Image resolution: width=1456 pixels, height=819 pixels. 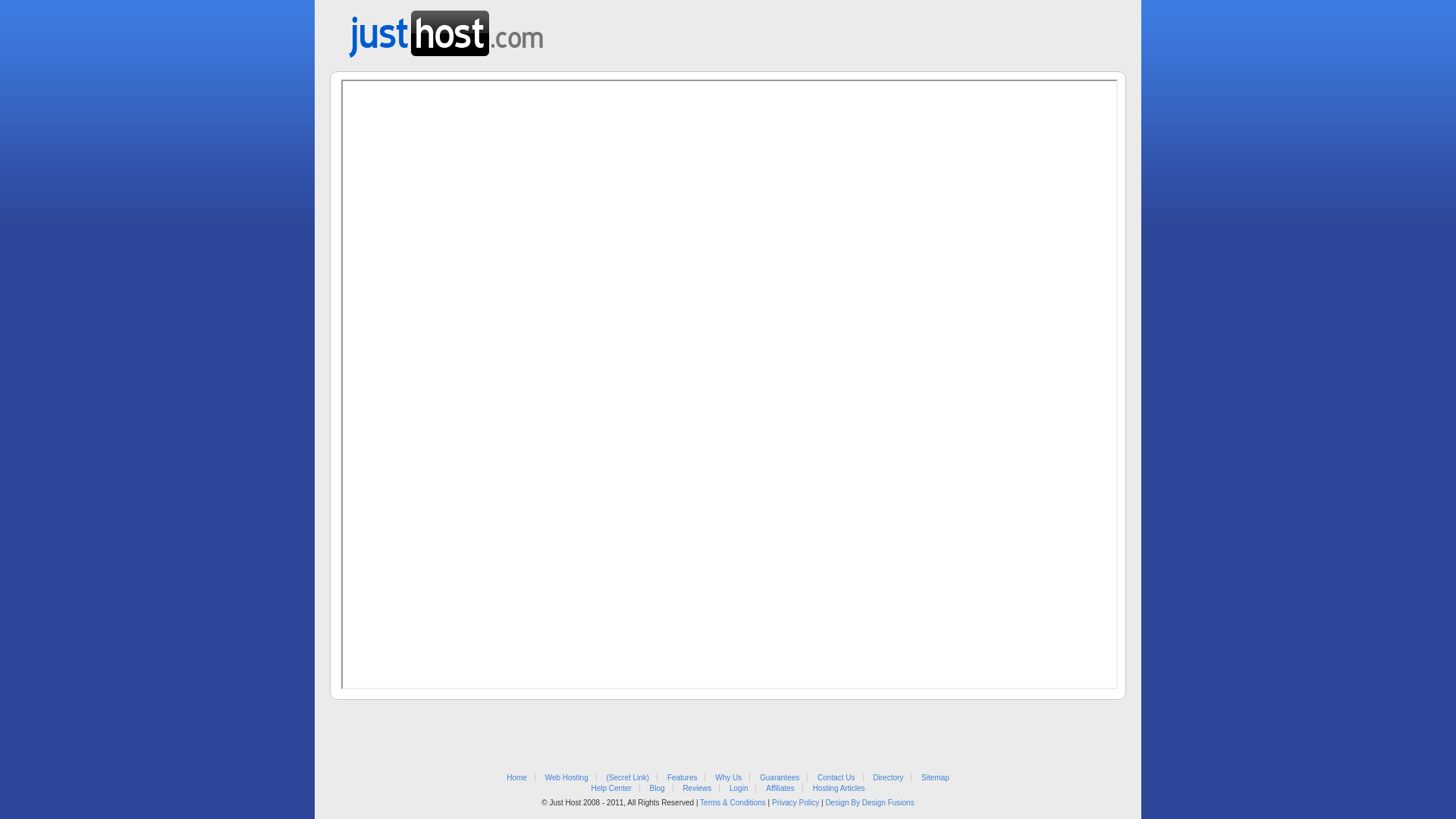 I want to click on 'Hosting Articles', so click(x=811, y=787).